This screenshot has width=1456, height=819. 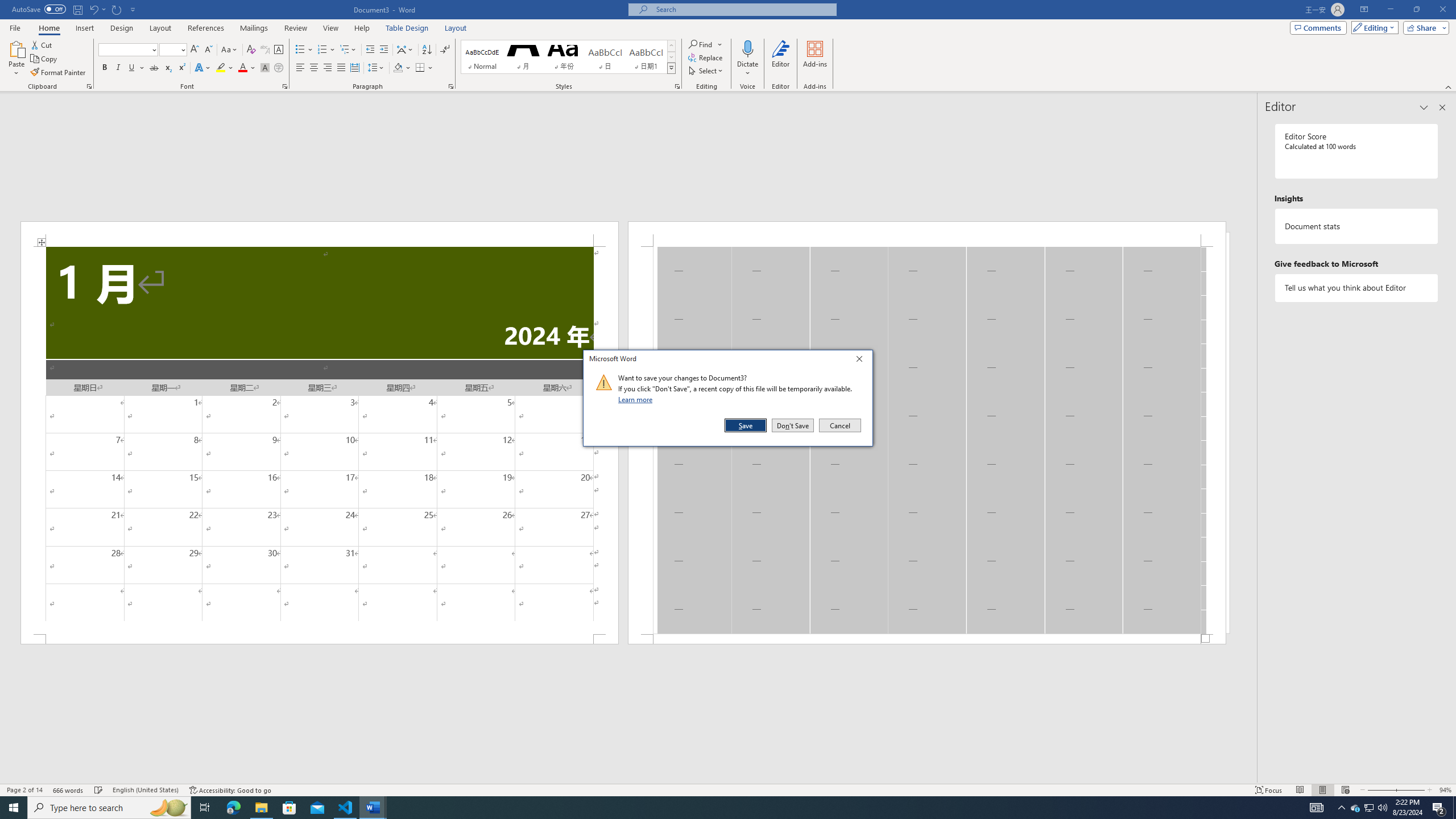 I want to click on 'Font Color RGB(255, 0, 0)', so click(x=242, y=67).